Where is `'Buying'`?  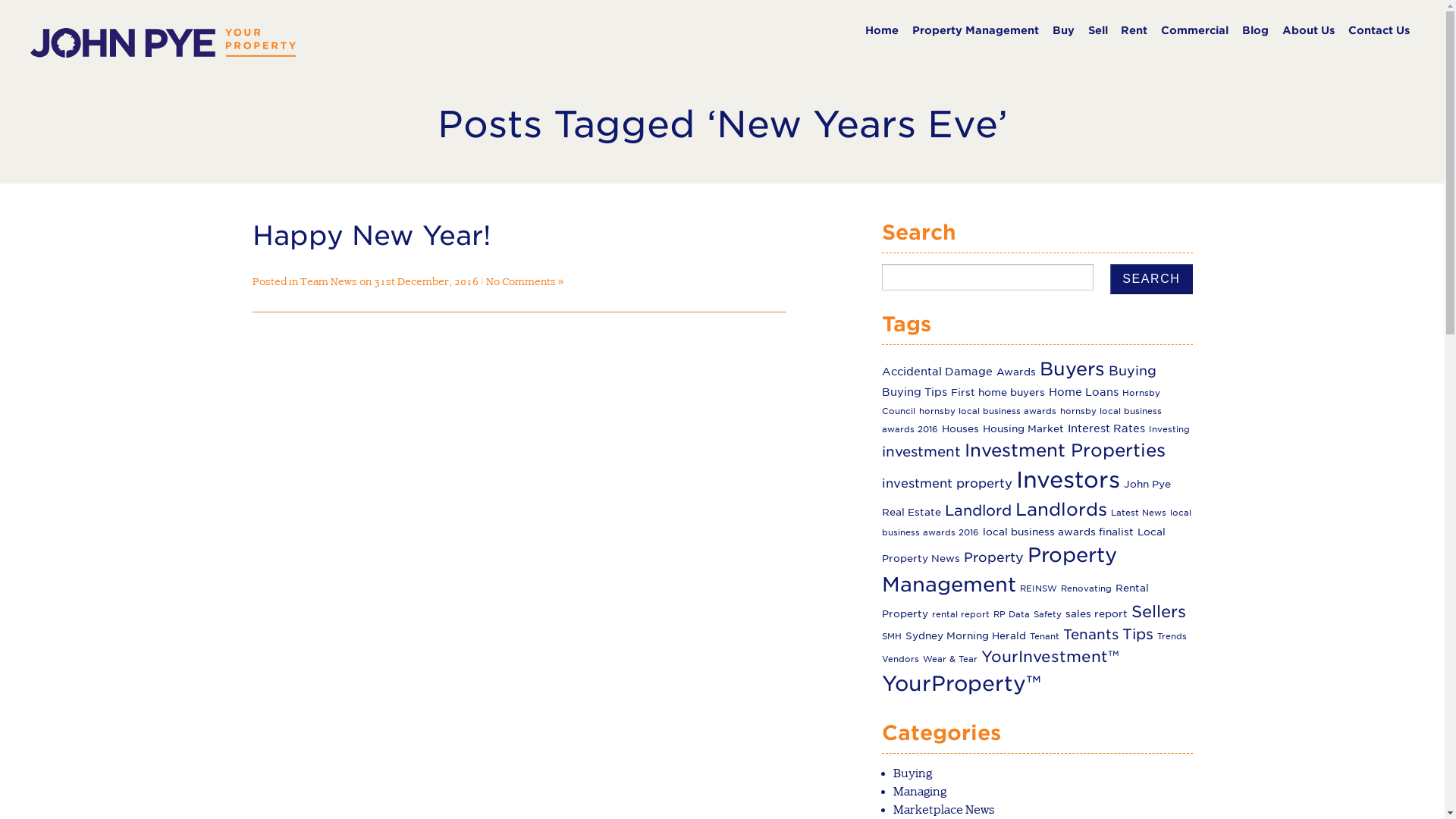
'Buying' is located at coordinates (893, 773).